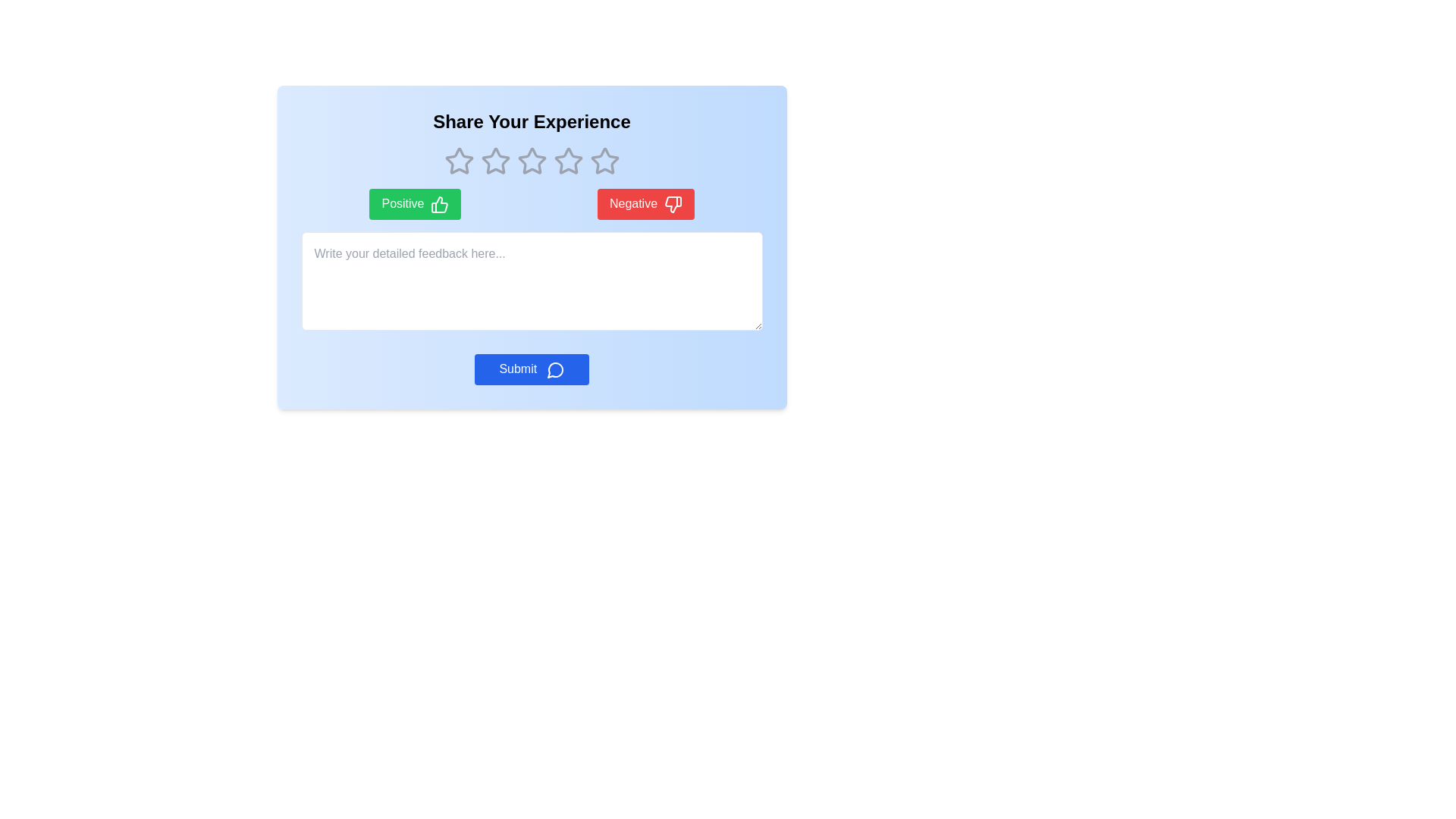 This screenshot has width=1456, height=819. I want to click on the fourth star-shaped icon in the rating system, so click(532, 161).